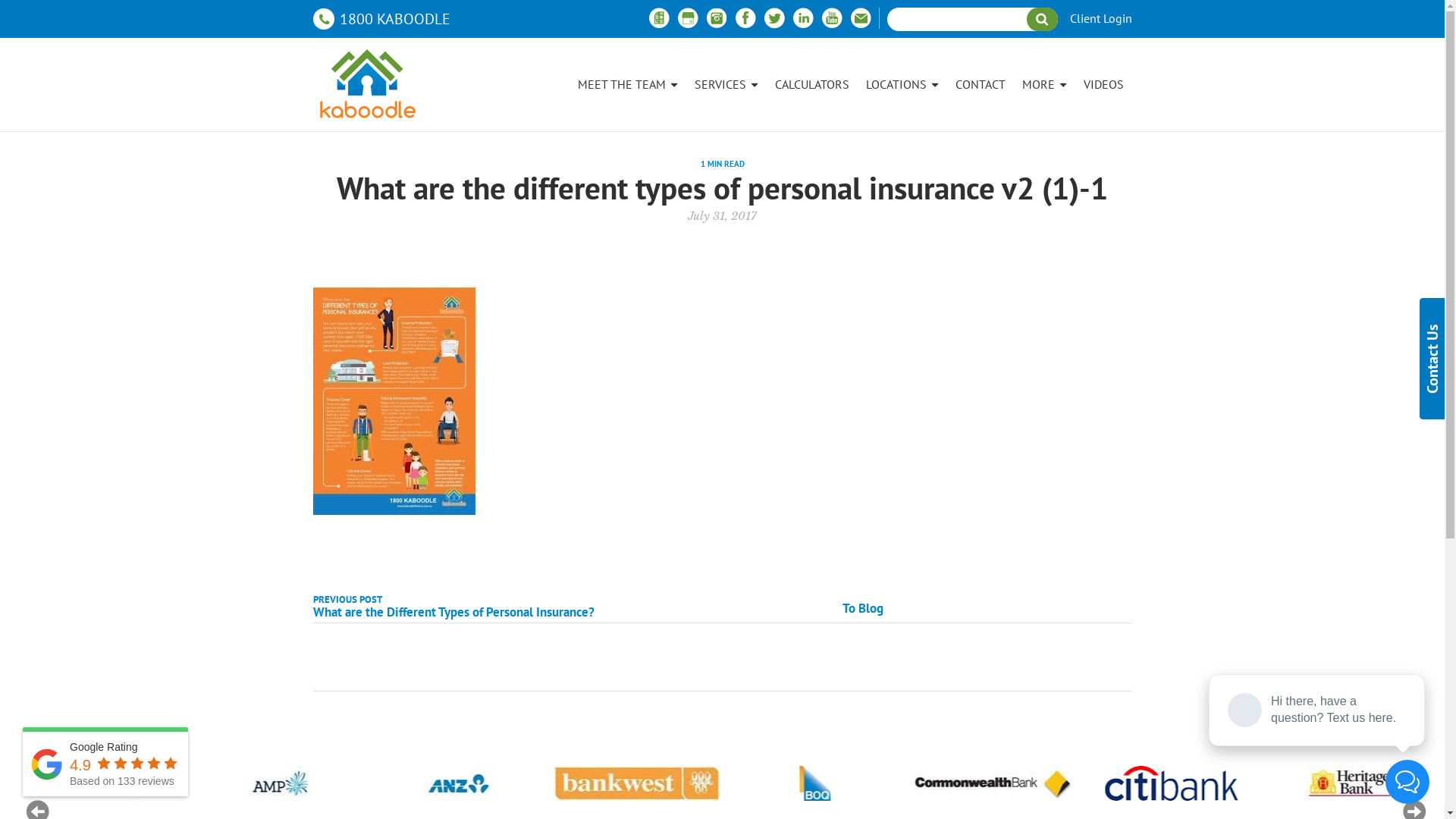 This screenshot has height=819, width=1456. I want to click on 'Google Rating, so click(105, 761).